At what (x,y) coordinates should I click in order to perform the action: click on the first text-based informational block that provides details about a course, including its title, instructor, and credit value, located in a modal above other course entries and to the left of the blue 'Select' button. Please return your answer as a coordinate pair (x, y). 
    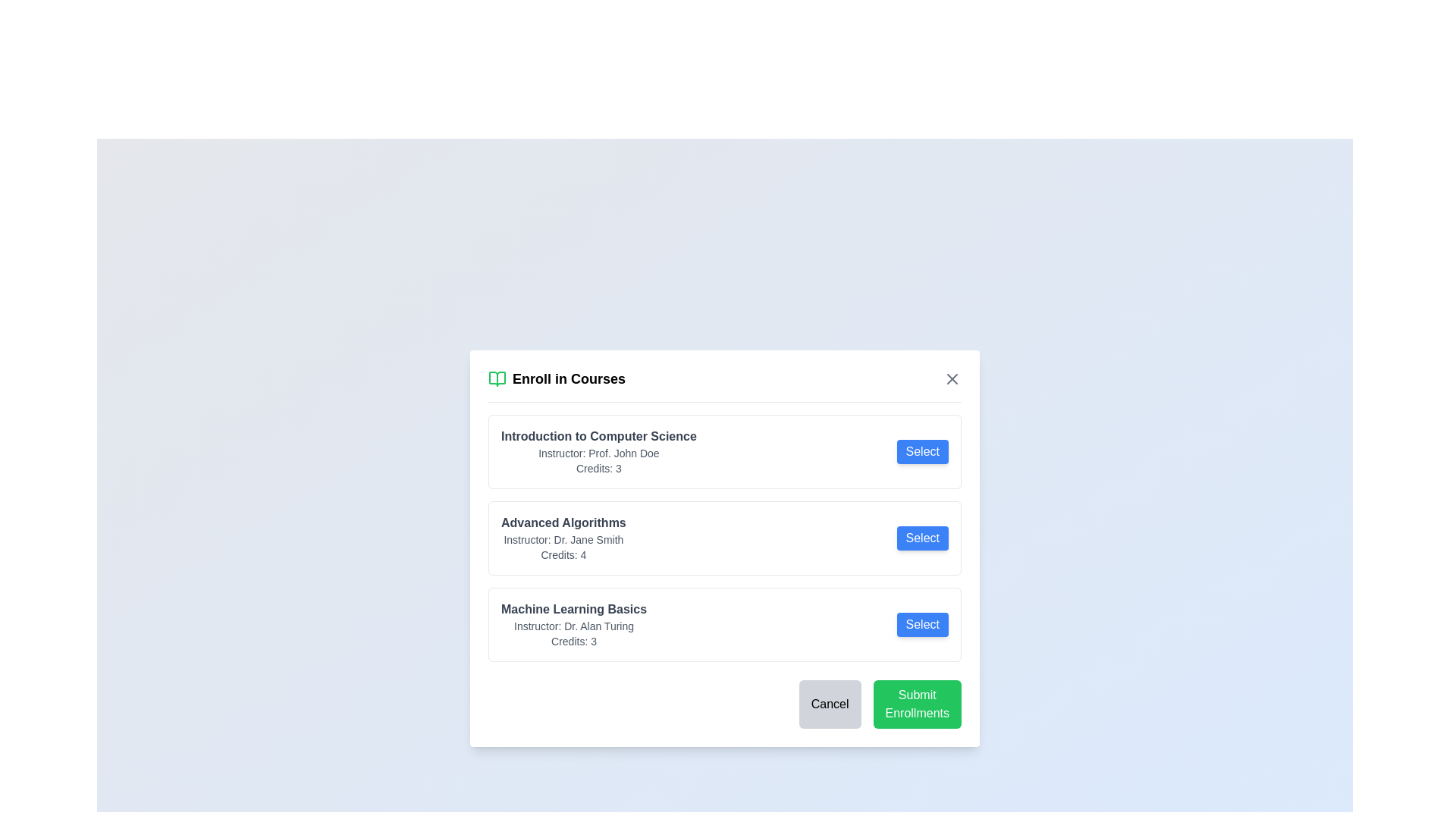
    Looking at the image, I should click on (598, 450).